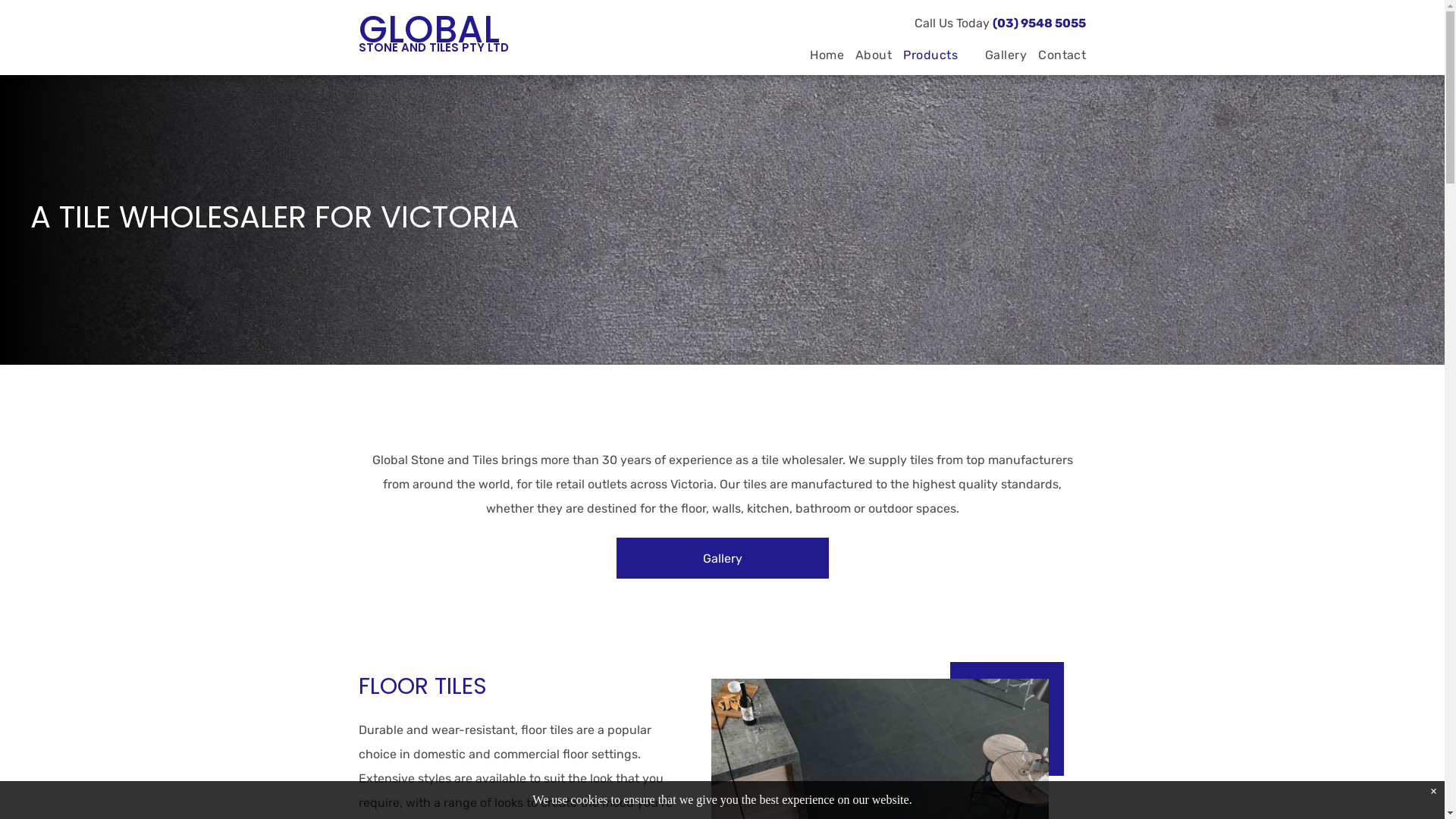 The image size is (1456, 819). I want to click on '(03) 9548 5055', so click(1038, 23).